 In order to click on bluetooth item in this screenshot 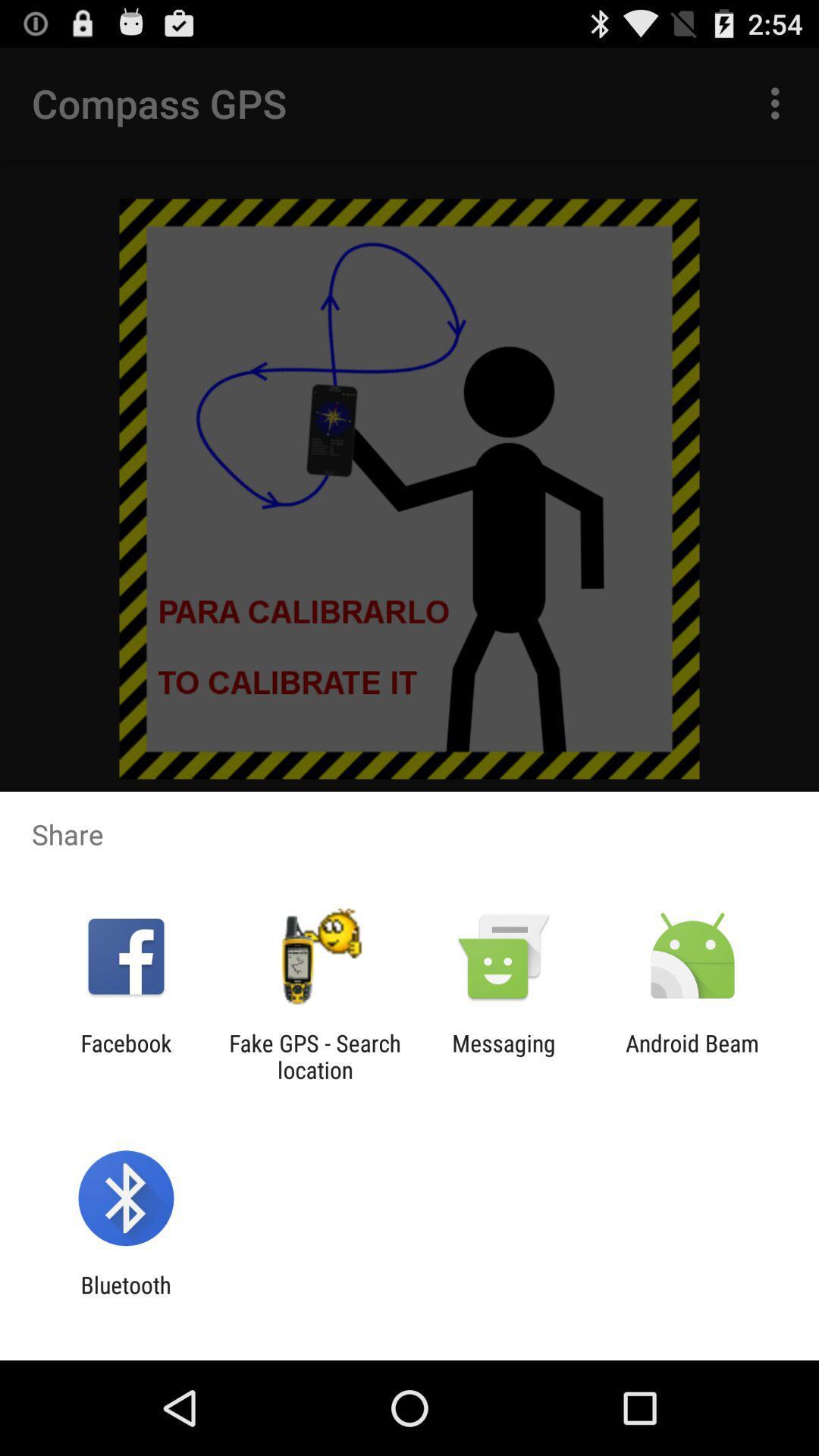, I will do `click(125, 1298)`.